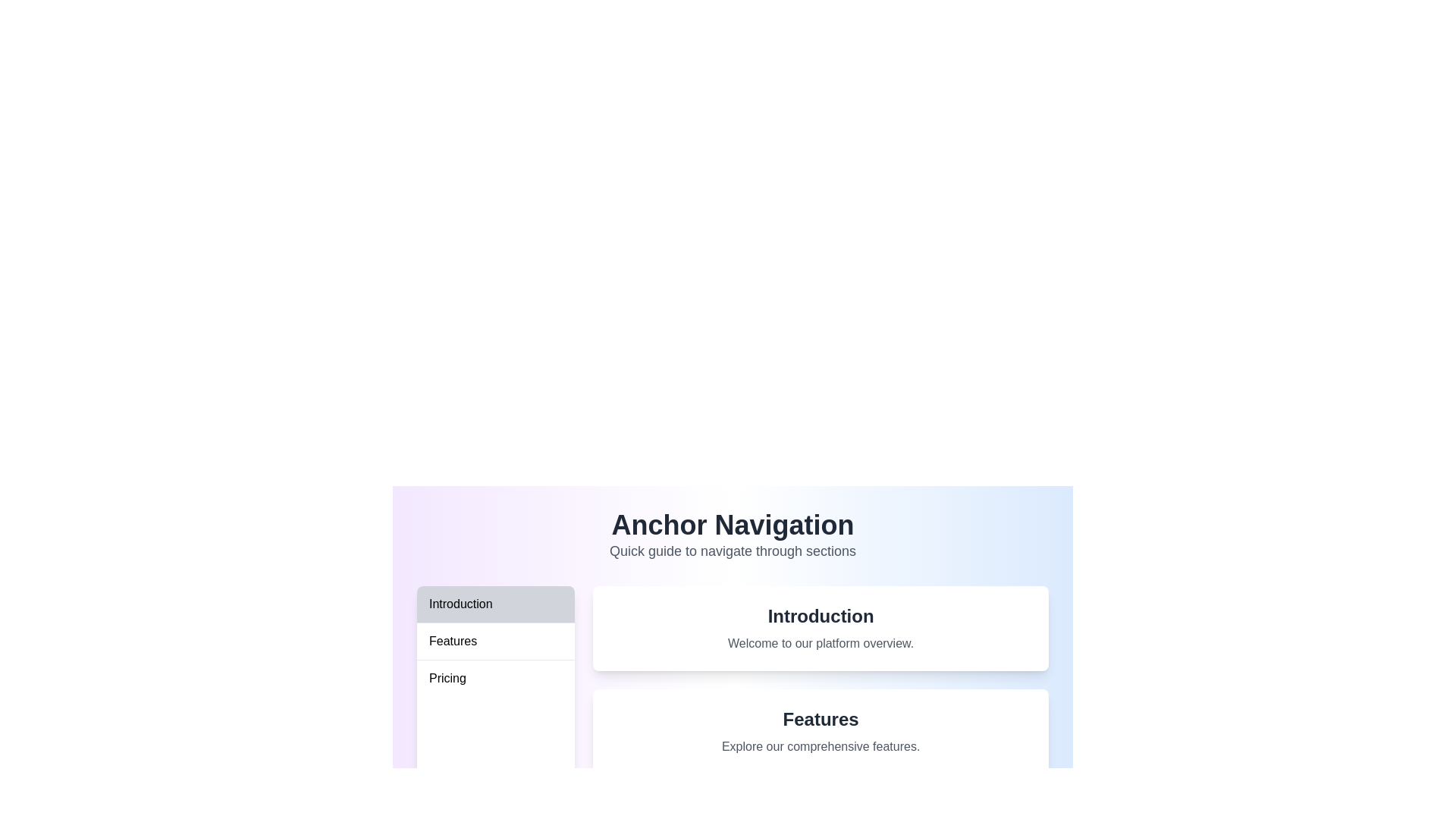  What do you see at coordinates (496, 677) in the screenshot?
I see `the 'Pricing' button in the vertical navigation menu to change its background color to light gray` at bounding box center [496, 677].